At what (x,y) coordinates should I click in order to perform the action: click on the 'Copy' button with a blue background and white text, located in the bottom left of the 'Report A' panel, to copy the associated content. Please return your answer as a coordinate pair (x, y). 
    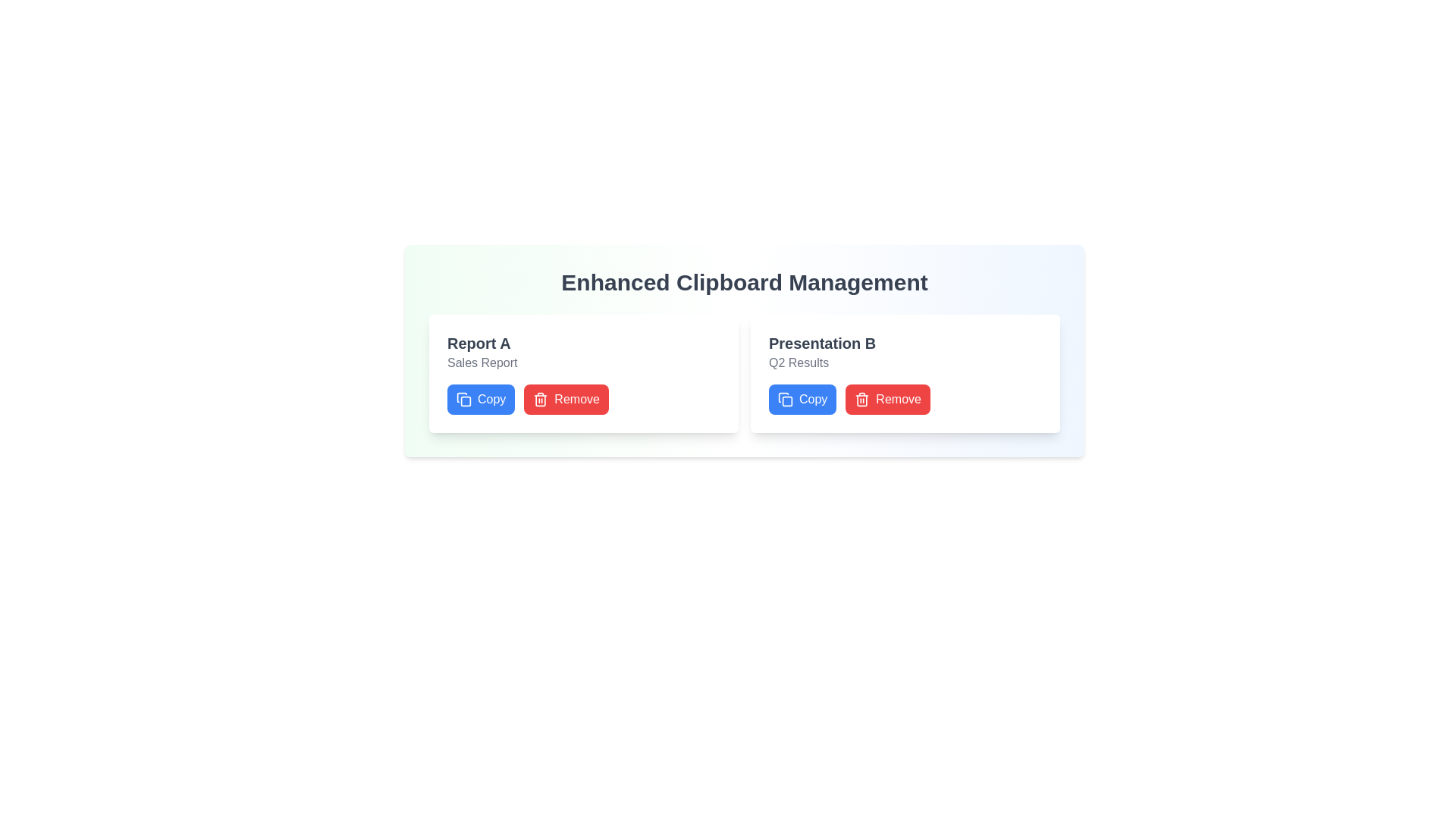
    Looking at the image, I should click on (480, 399).